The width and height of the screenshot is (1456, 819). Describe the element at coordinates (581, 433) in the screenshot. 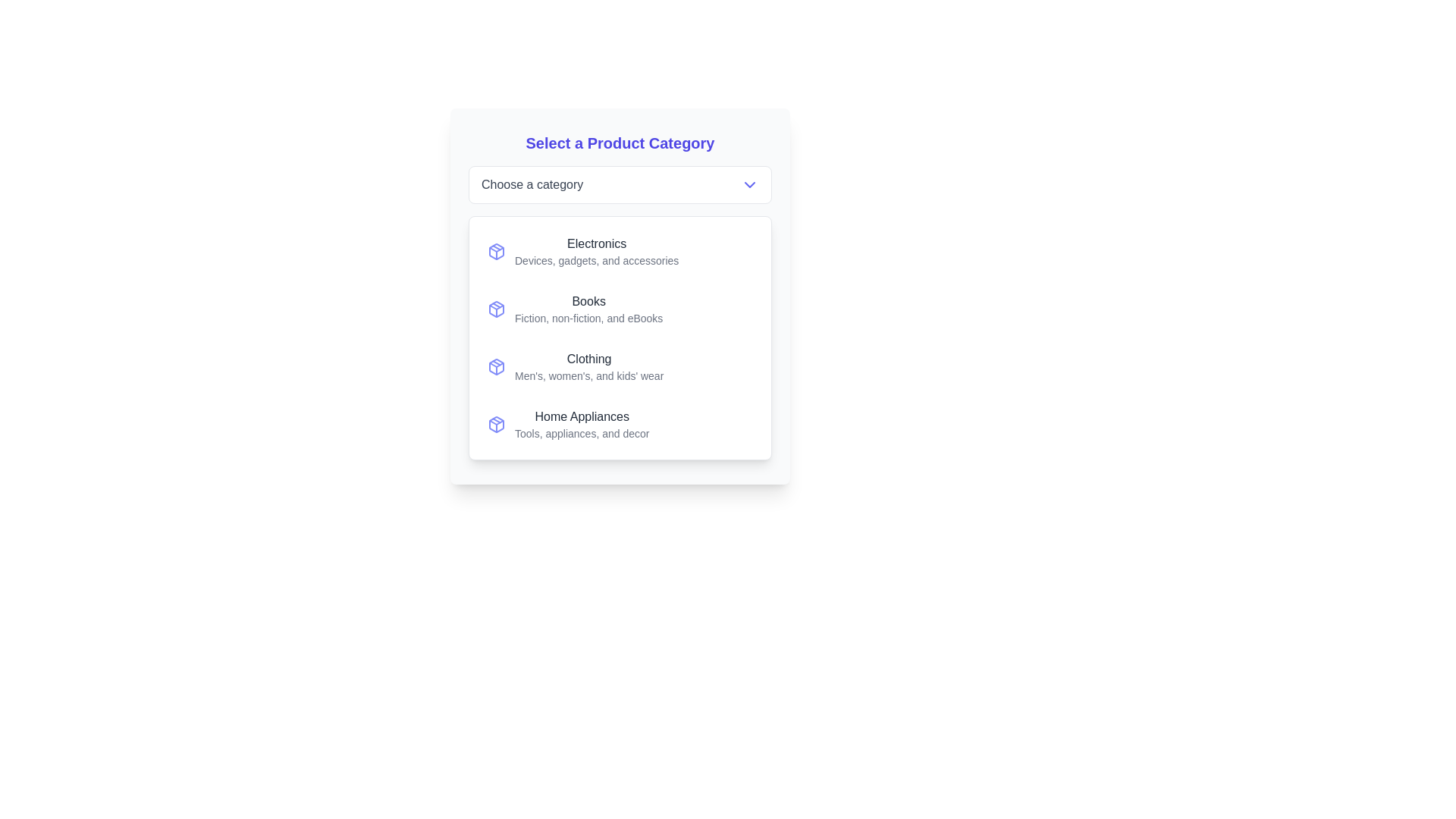

I see `descriptive text label located below the 'Home Appliances' category in the product category selection panel` at that location.